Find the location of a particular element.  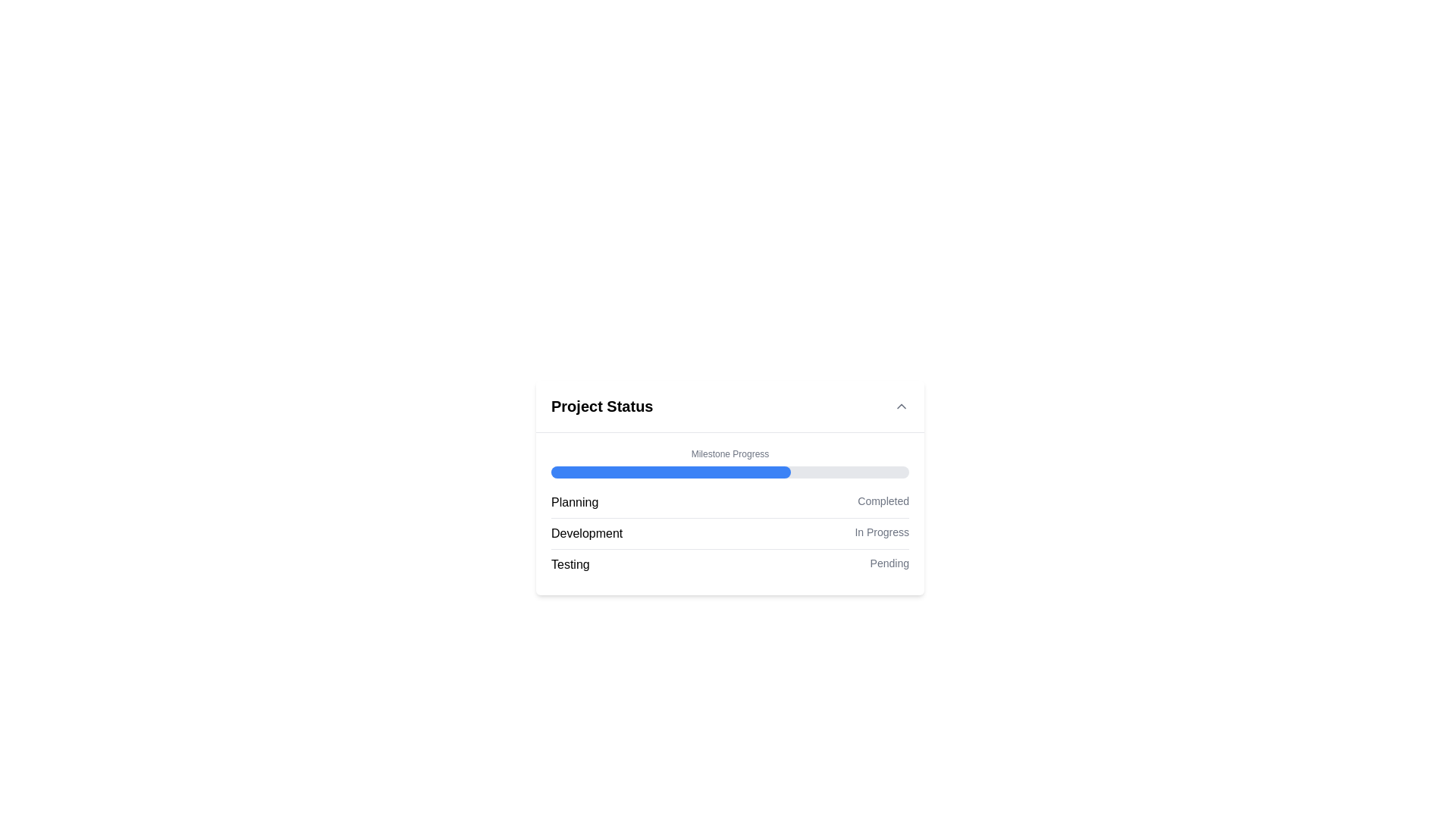

the progress visually by focusing on the horizontal progress bar located below the 'Milestone Progress' label in the 'Project Status' section is located at coordinates (730, 472).